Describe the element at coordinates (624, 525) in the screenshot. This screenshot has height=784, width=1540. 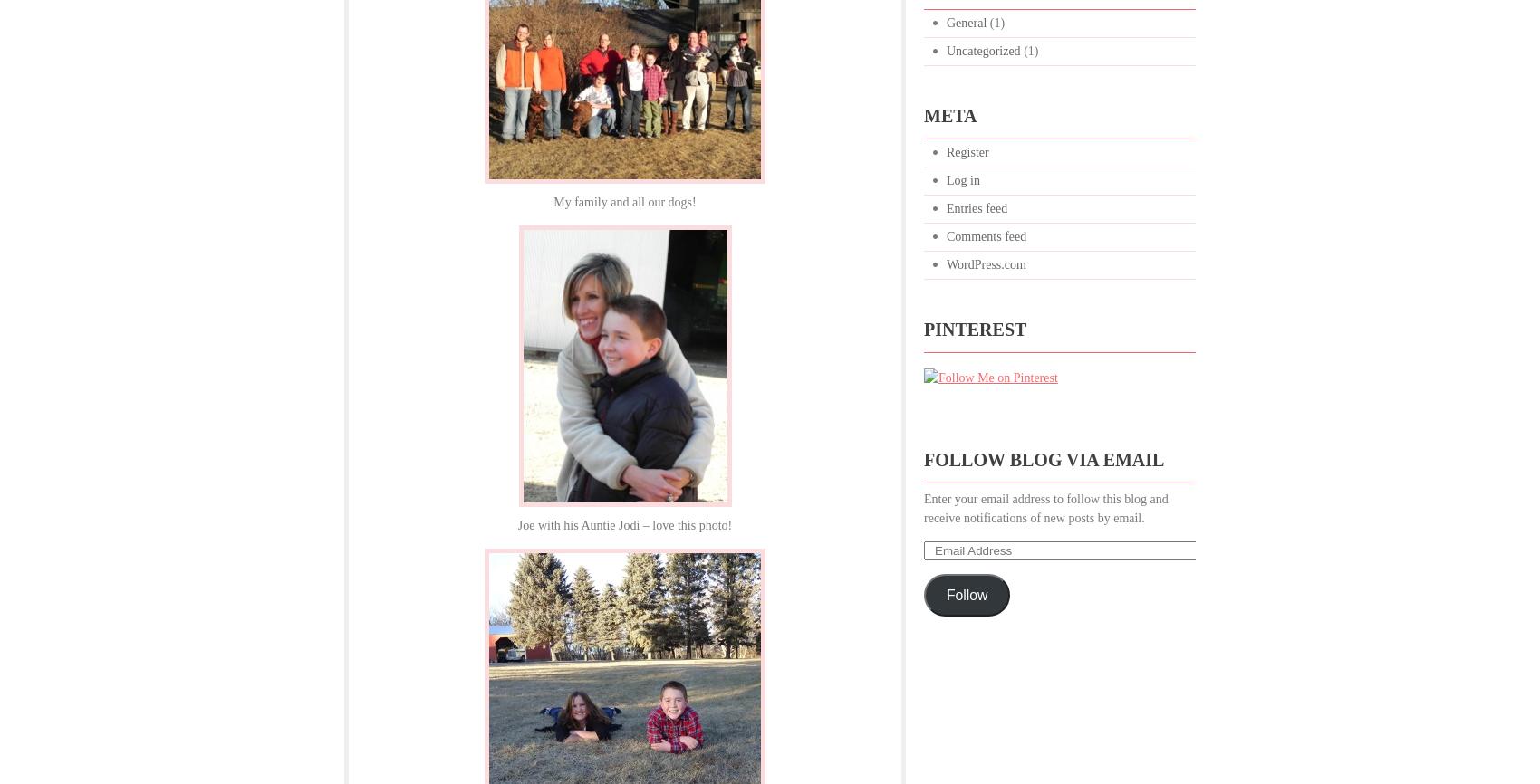
I see `'Joe with his Auntie Jodi – love this photo!'` at that location.